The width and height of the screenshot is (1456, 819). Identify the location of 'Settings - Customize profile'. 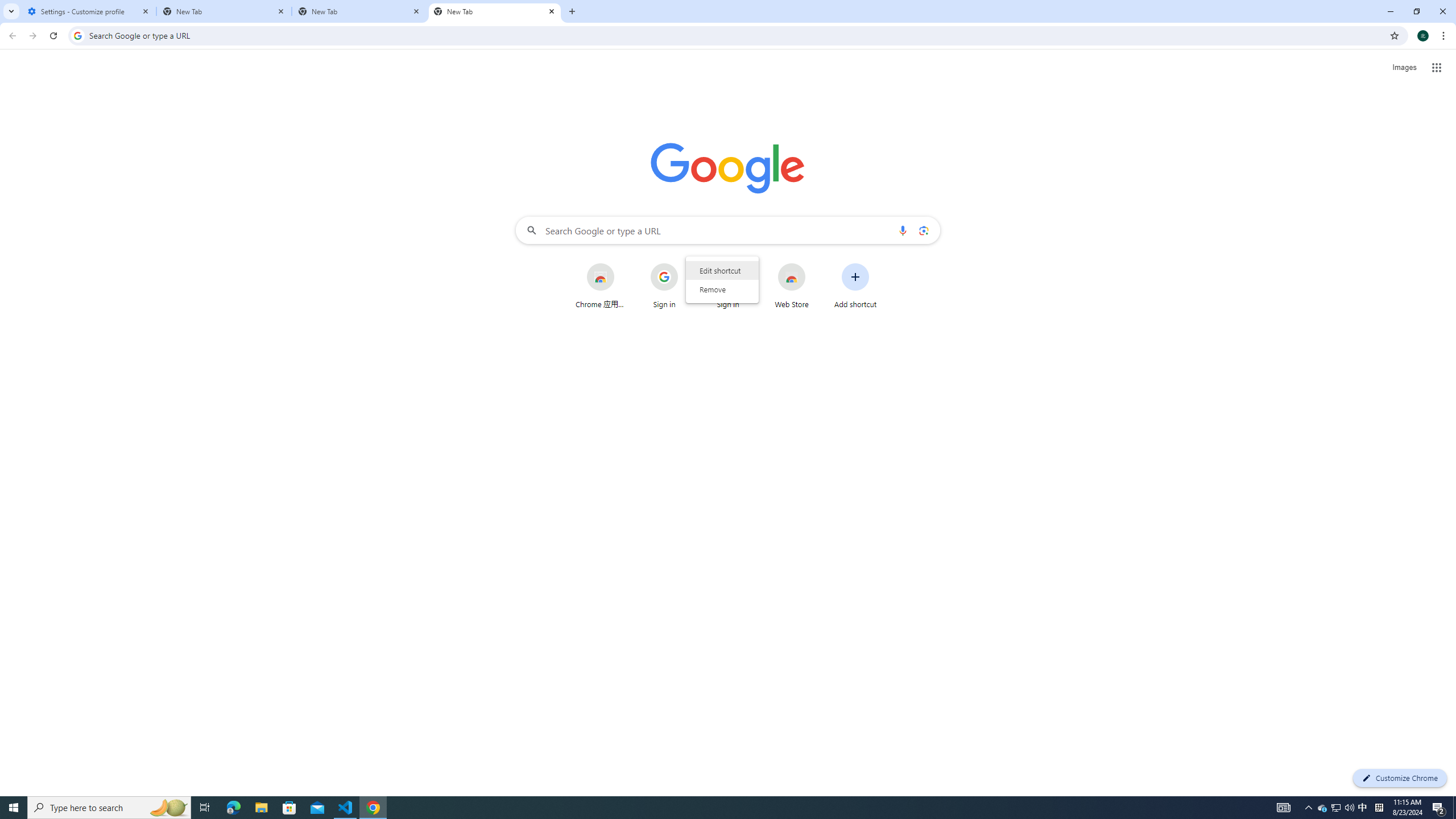
(88, 11).